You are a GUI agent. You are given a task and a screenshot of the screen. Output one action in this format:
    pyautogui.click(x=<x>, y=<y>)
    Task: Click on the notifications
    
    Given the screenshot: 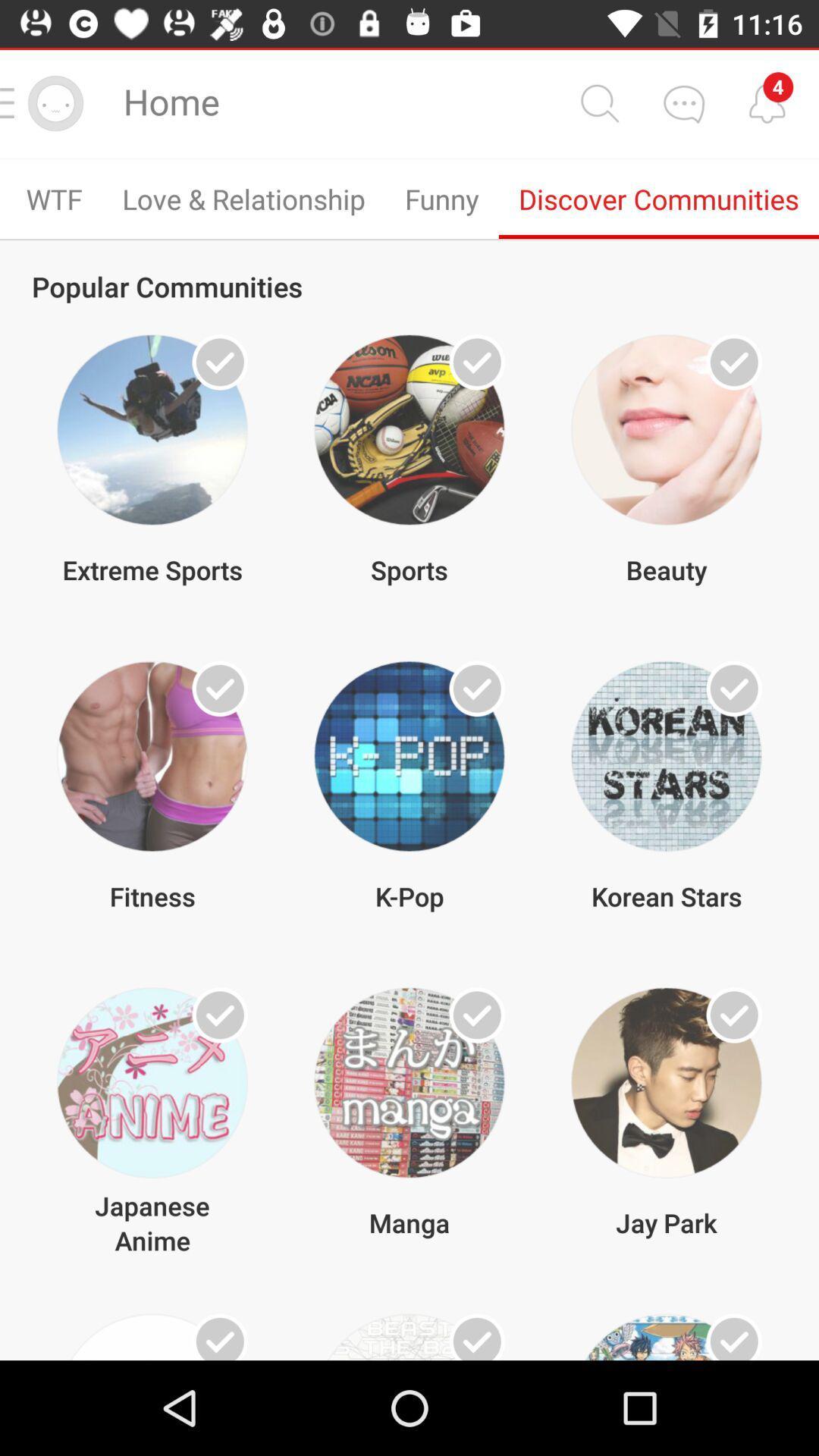 What is the action you would take?
    pyautogui.click(x=767, y=102)
    